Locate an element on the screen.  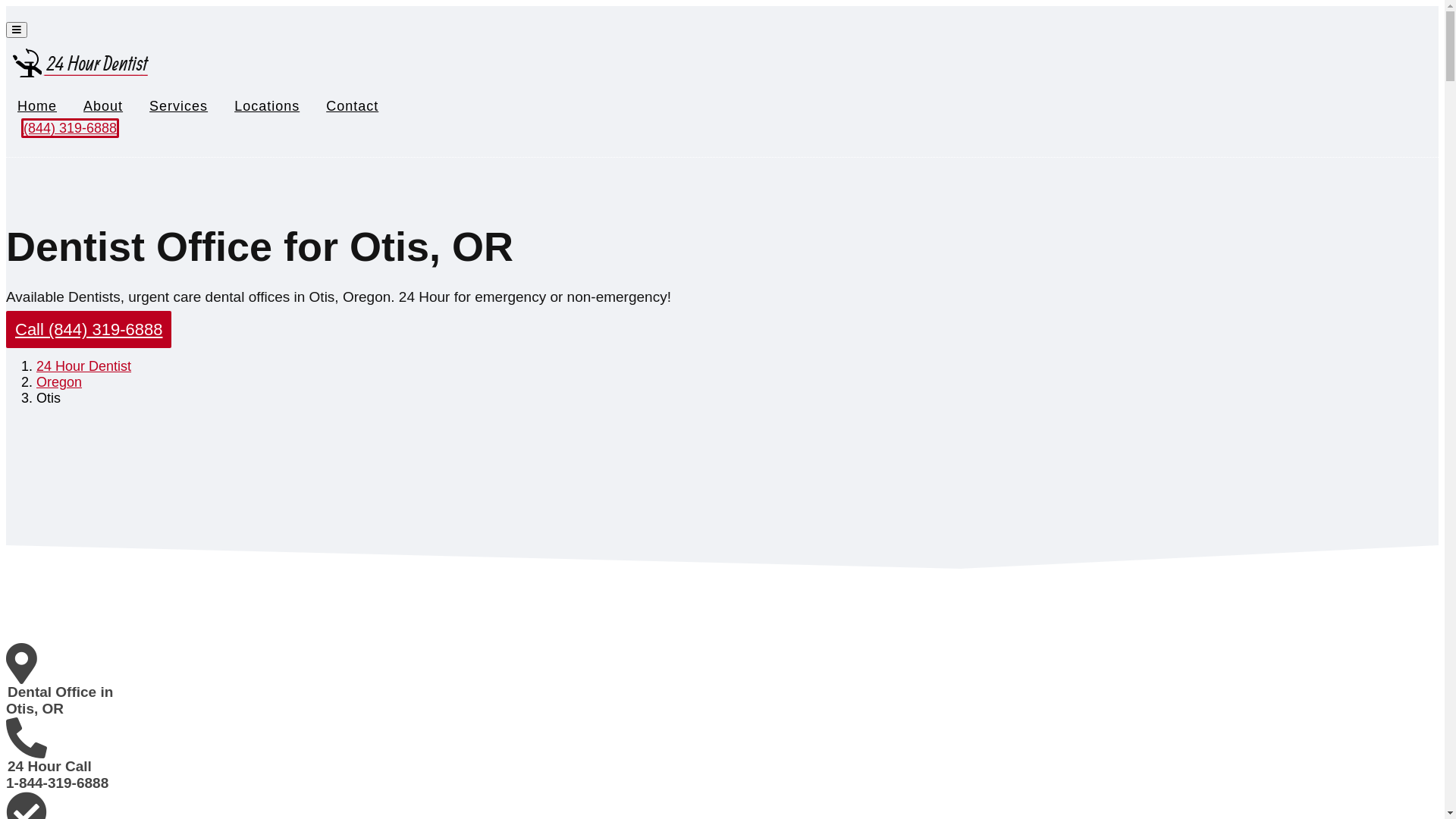
'Contact' is located at coordinates (351, 105).